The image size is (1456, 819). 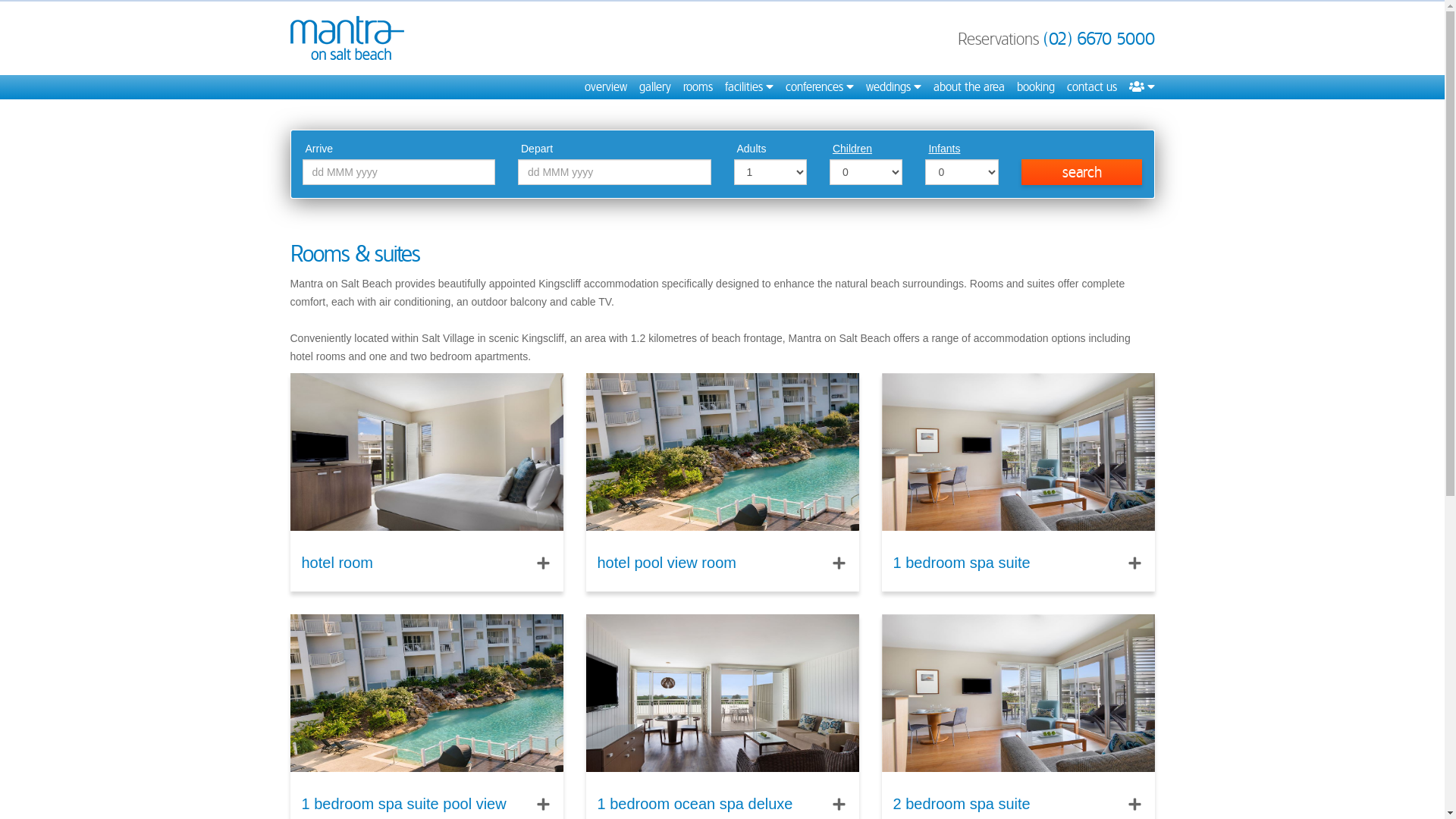 I want to click on 'conferences', so click(x=818, y=87).